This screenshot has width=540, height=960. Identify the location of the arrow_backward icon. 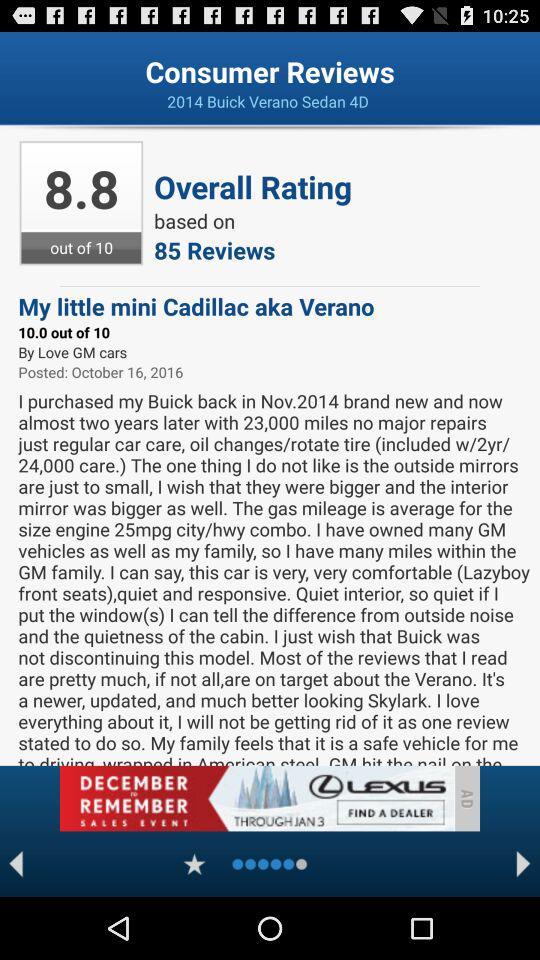
(15, 924).